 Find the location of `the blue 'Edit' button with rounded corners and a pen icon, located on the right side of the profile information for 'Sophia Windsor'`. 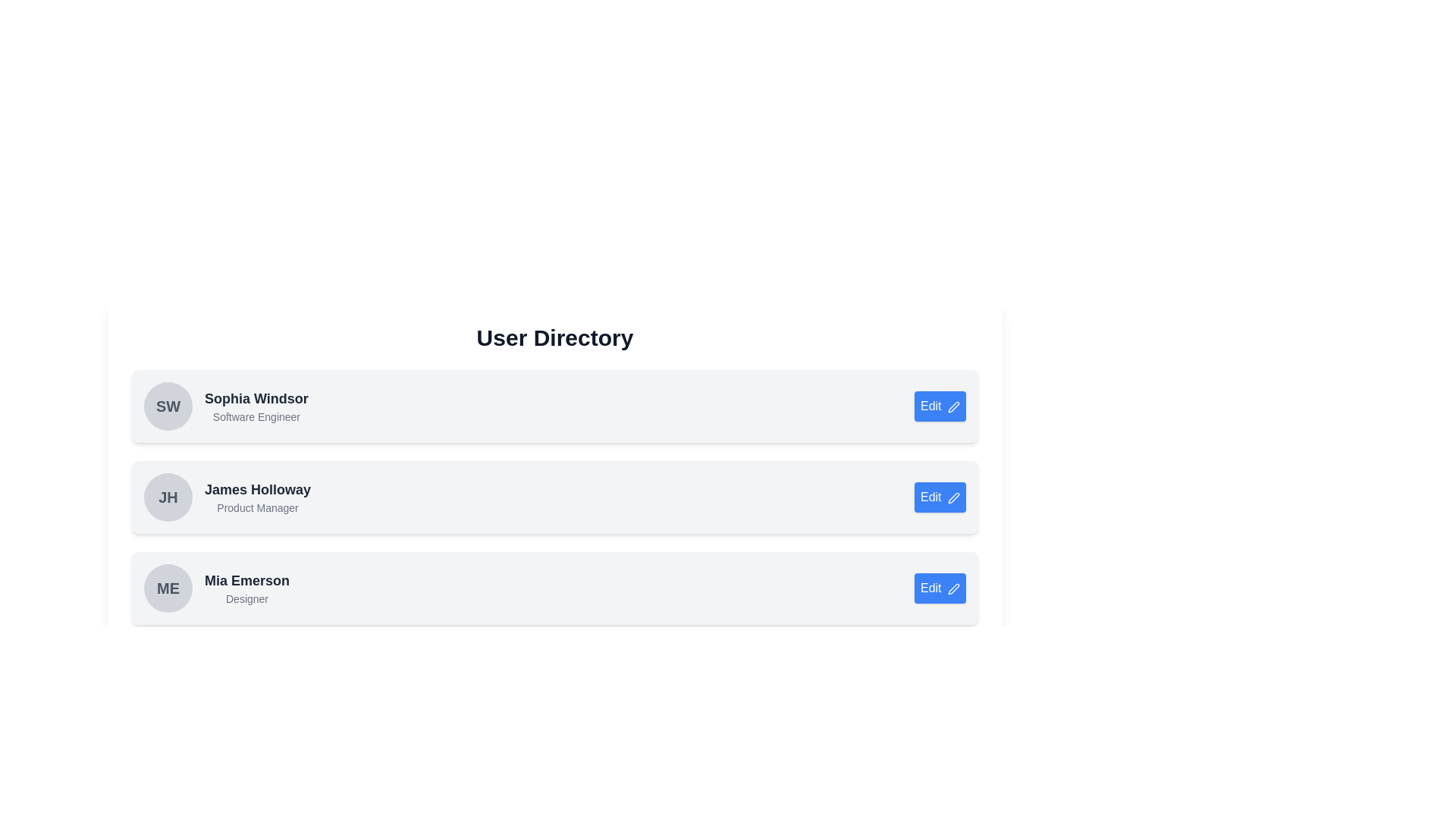

the blue 'Edit' button with rounded corners and a pen icon, located on the right side of the profile information for 'Sophia Windsor' is located at coordinates (939, 406).